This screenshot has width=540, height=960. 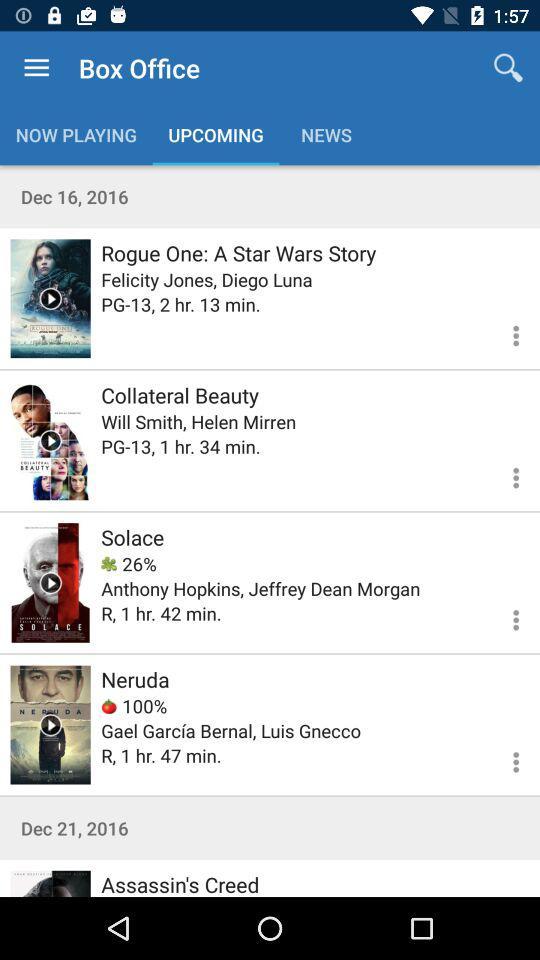 I want to click on solace clip, so click(x=50, y=582).